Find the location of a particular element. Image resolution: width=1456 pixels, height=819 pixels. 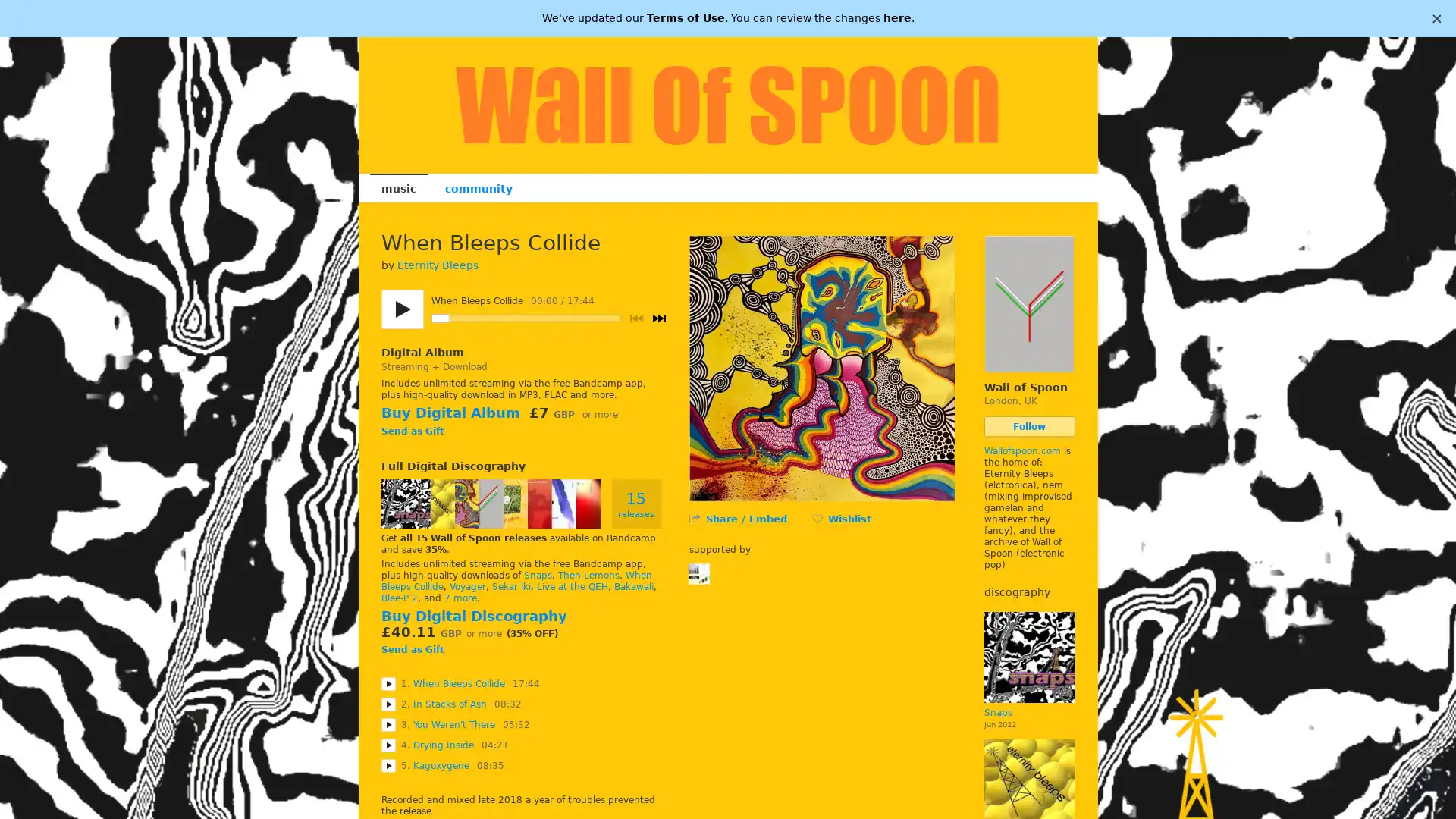

Play/pause is located at coordinates (401, 309).